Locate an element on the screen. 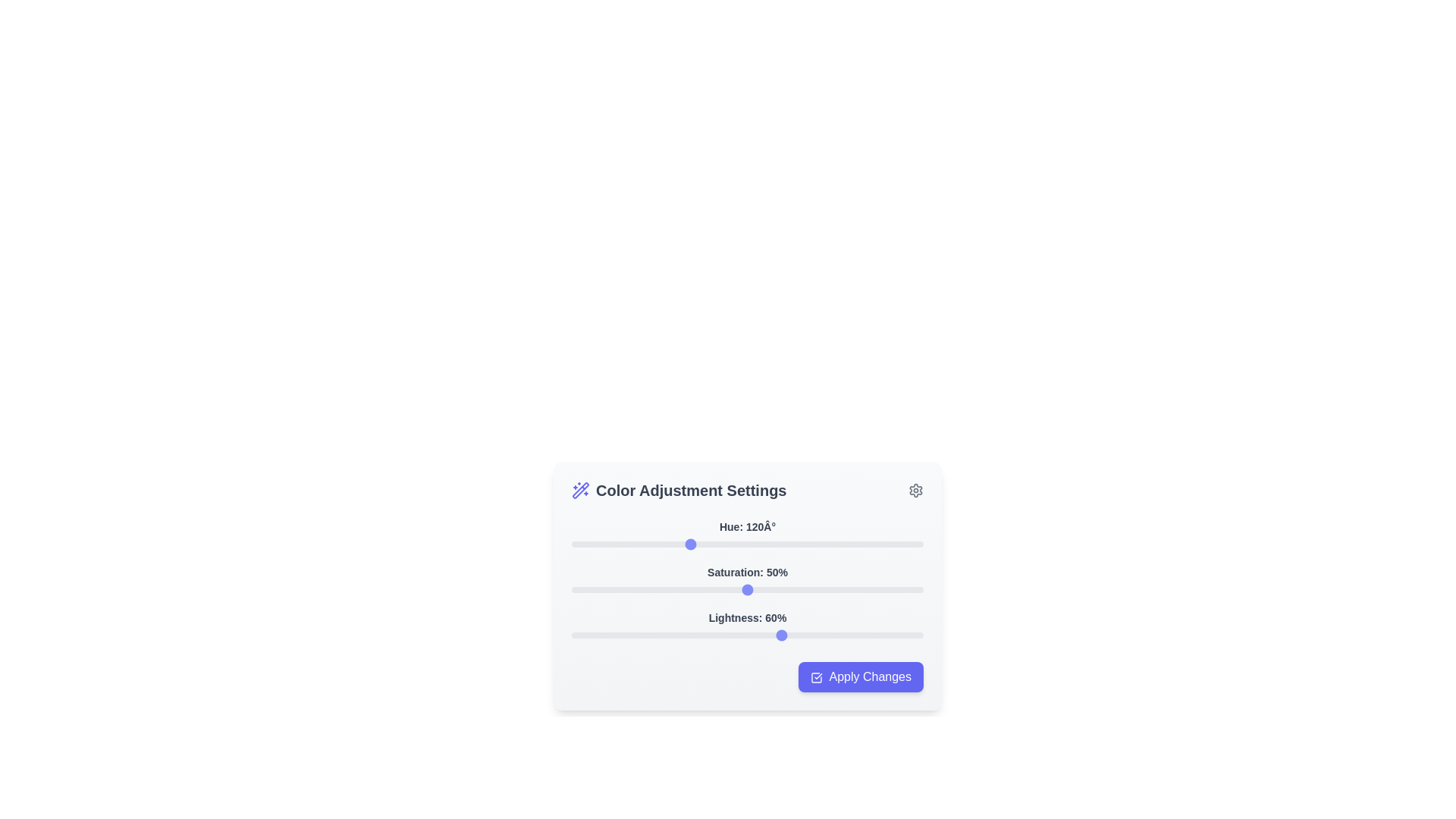 Image resolution: width=1456 pixels, height=819 pixels. the magic wand icon with sparkles, which is styled in indigo and located to the left of the 'Color Adjustment Settings' text in the header is located at coordinates (580, 491).